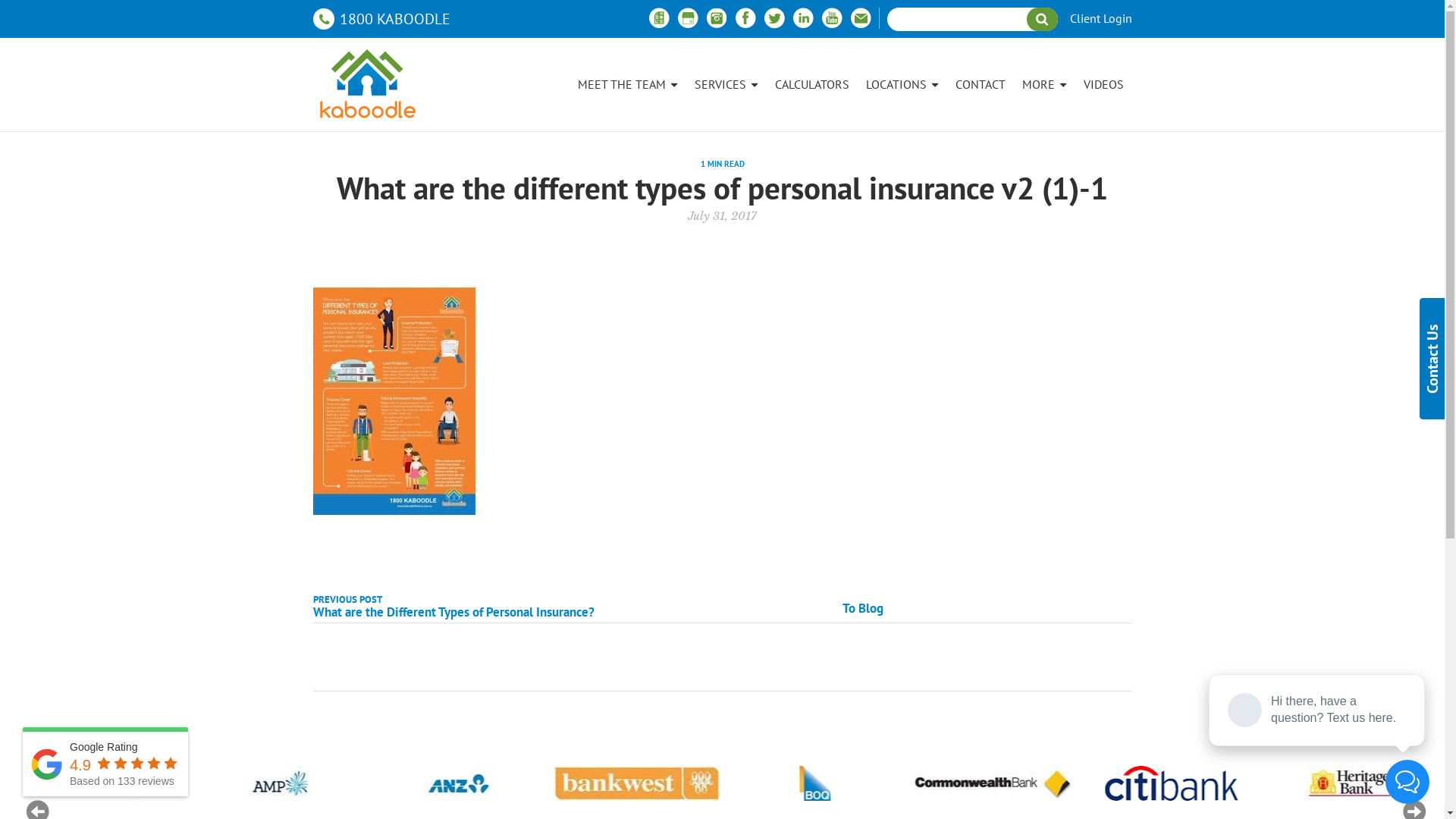  Describe the element at coordinates (635, 783) in the screenshot. I see `'Logo 05'` at that location.